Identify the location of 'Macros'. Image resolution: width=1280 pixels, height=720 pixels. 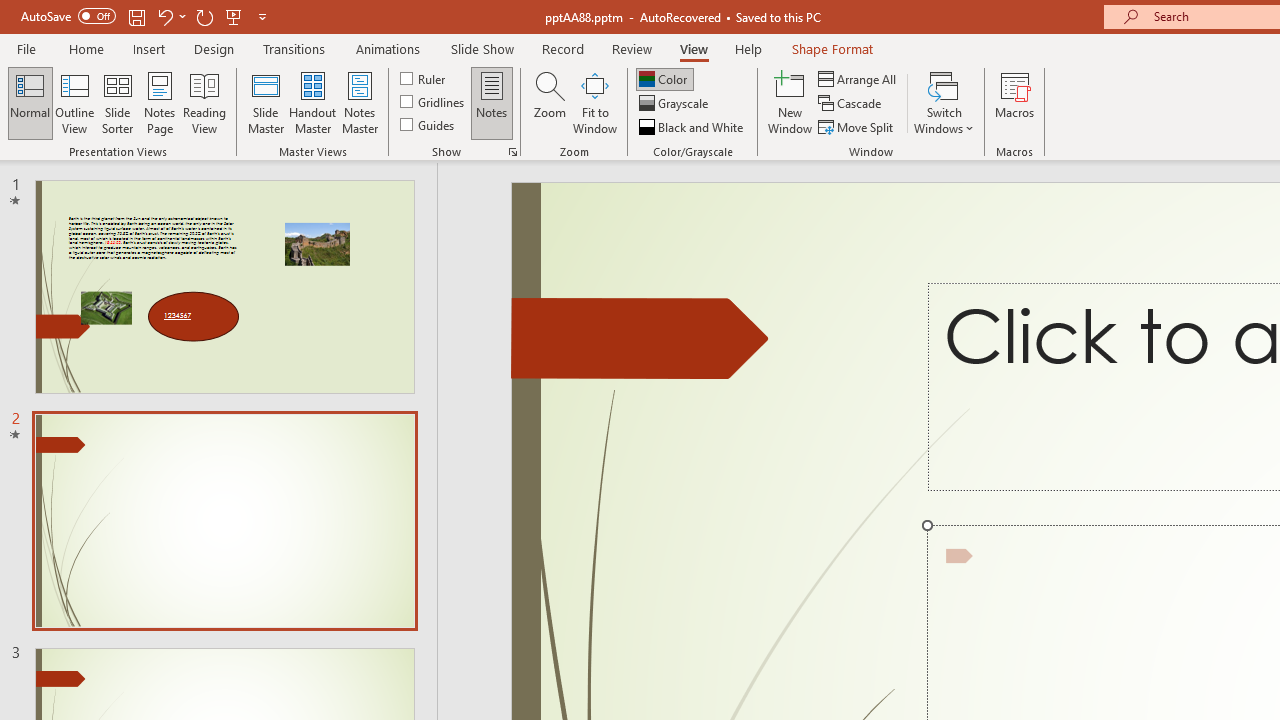
(1015, 103).